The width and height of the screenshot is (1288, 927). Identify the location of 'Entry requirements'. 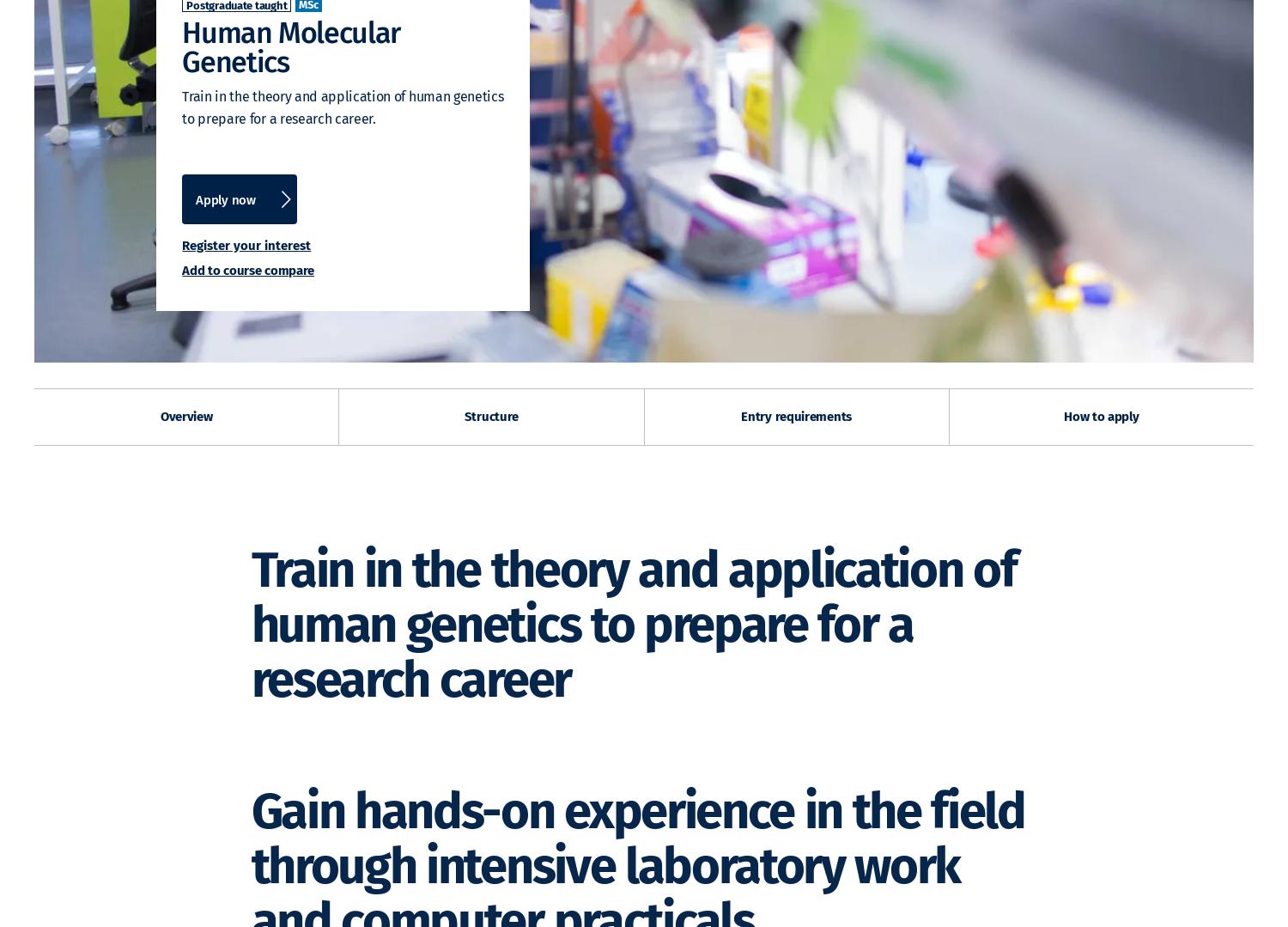
(796, 416).